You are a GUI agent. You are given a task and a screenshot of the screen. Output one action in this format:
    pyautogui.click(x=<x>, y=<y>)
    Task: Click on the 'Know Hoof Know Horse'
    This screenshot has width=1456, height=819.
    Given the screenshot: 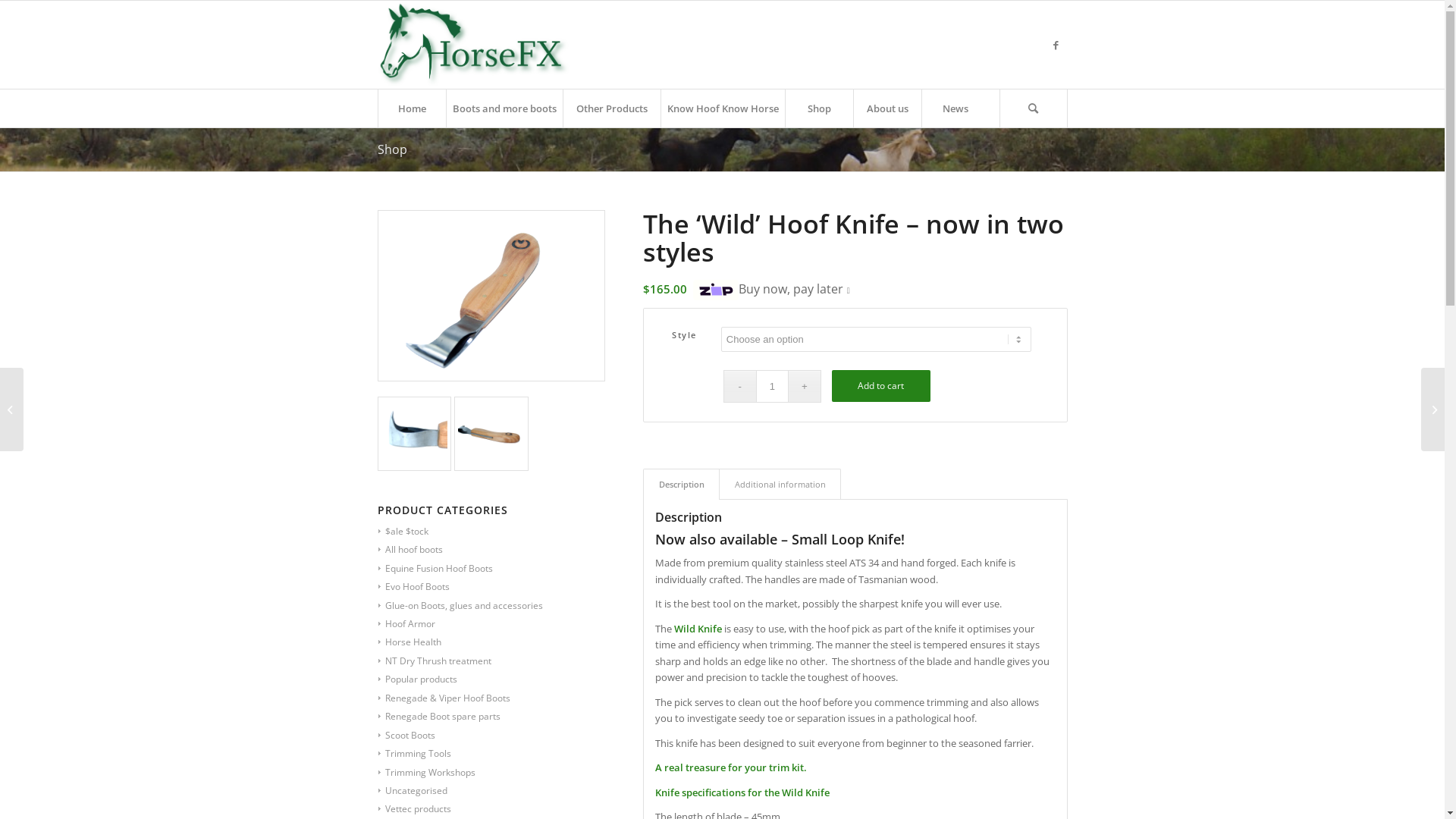 What is the action you would take?
    pyautogui.click(x=659, y=107)
    